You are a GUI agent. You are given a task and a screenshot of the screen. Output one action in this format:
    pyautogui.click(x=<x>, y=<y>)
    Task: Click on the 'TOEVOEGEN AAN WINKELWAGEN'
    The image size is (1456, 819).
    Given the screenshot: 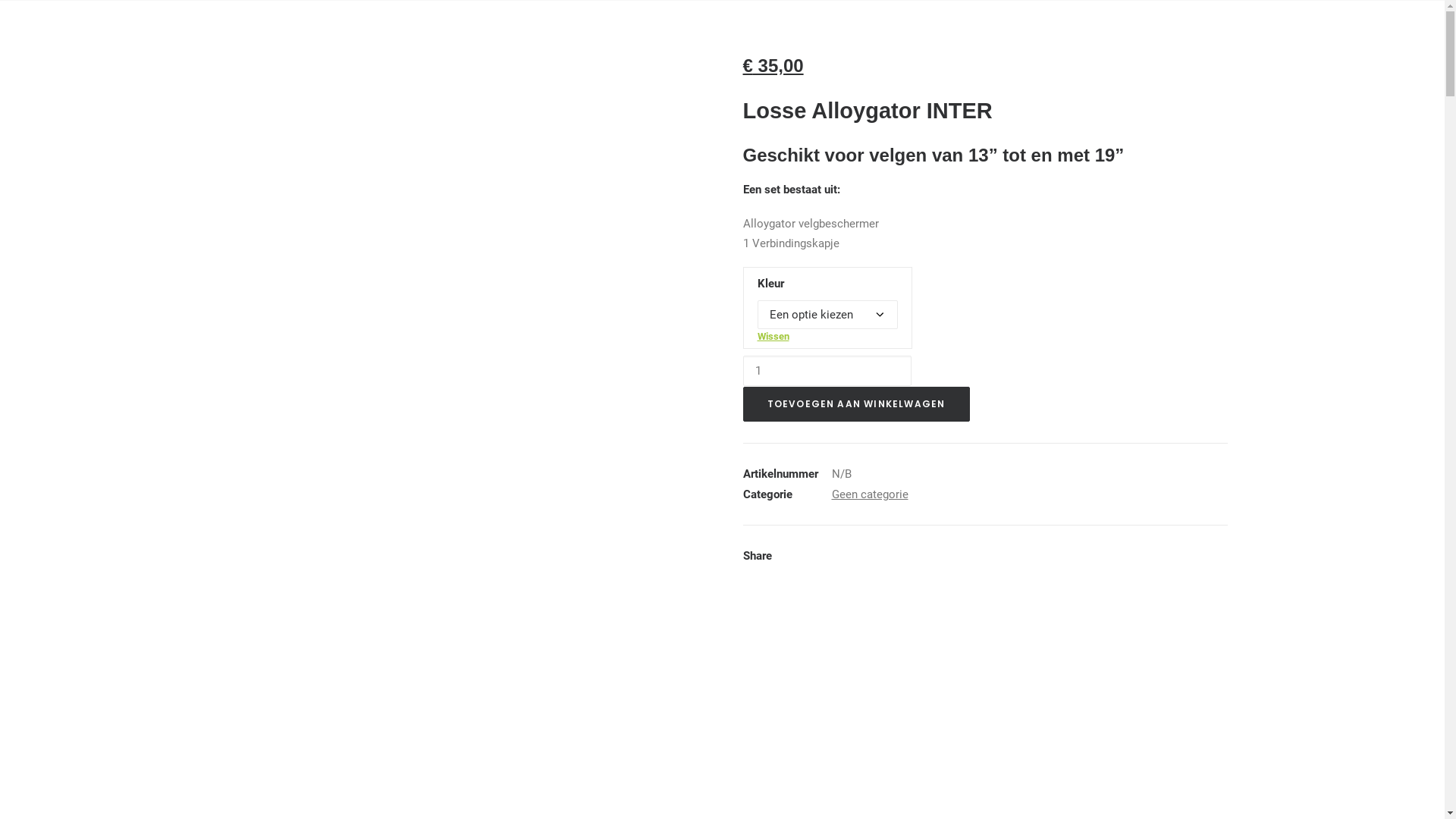 What is the action you would take?
    pyautogui.click(x=856, y=403)
    